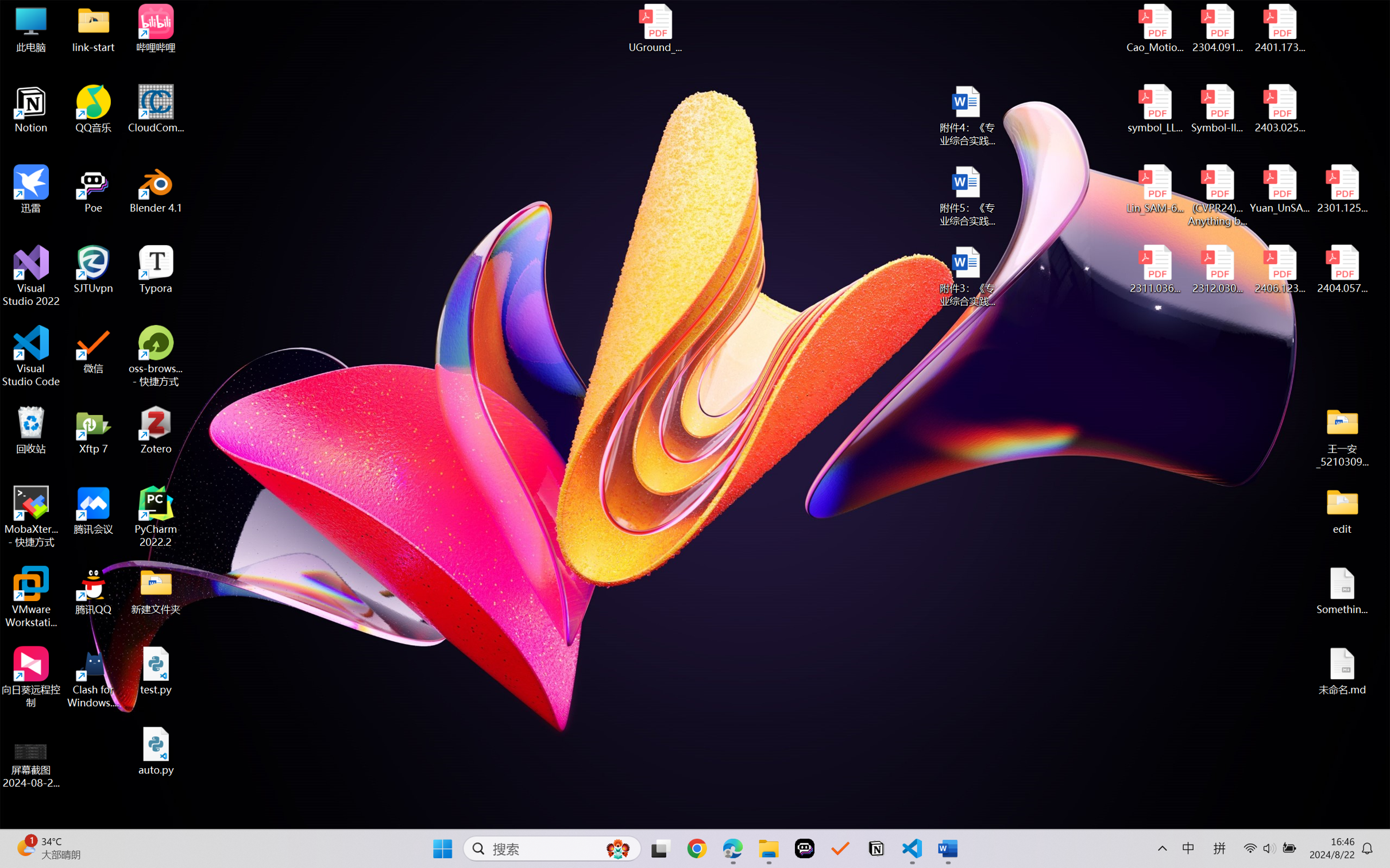 The image size is (1390, 868). Describe the element at coordinates (94, 429) in the screenshot. I see `'Xftp 7'` at that location.